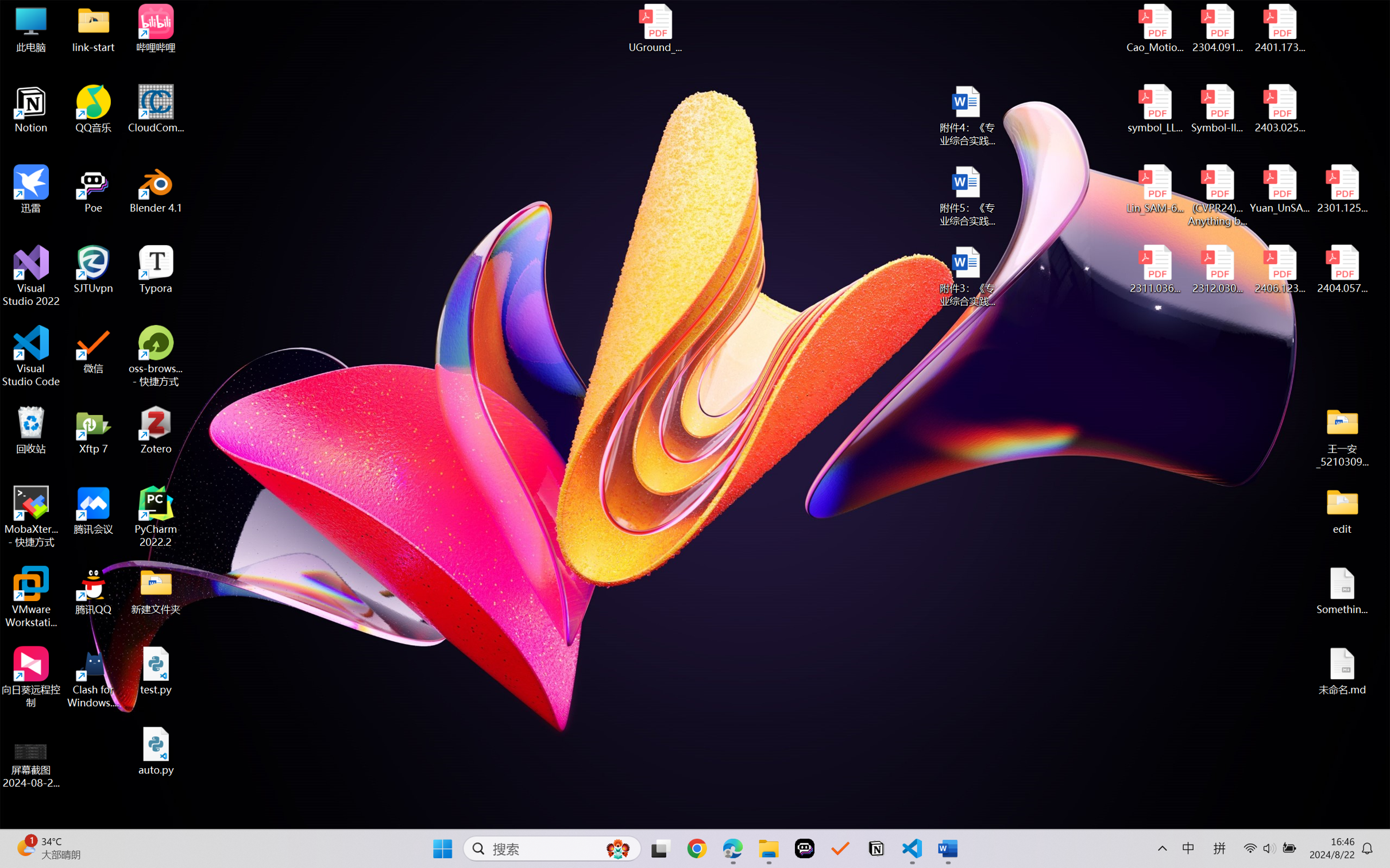 The image size is (1390, 868). Describe the element at coordinates (94, 429) in the screenshot. I see `'Xftp 7'` at that location.